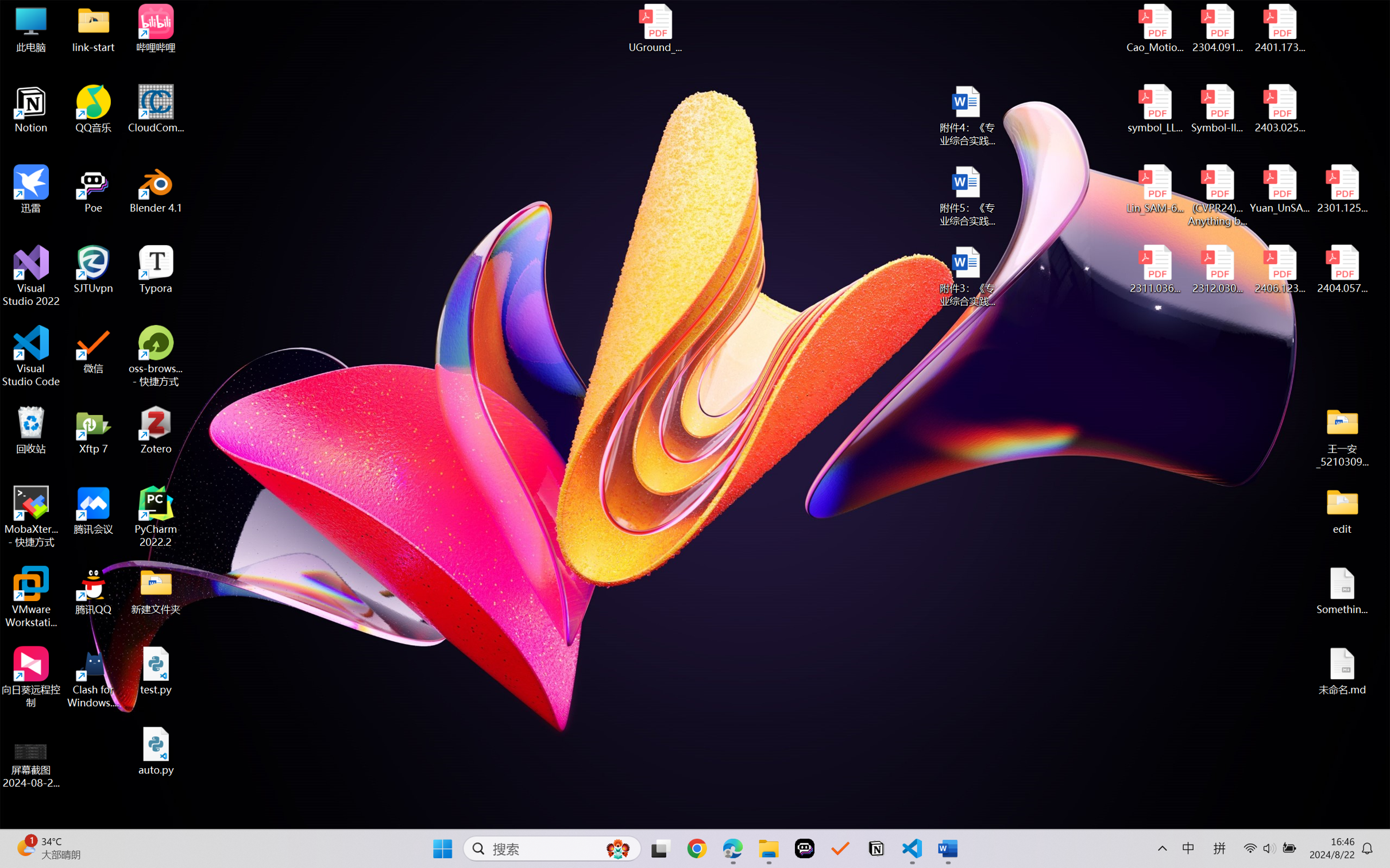 The image size is (1390, 868). Describe the element at coordinates (94, 429) in the screenshot. I see `'Xftp 7'` at that location.